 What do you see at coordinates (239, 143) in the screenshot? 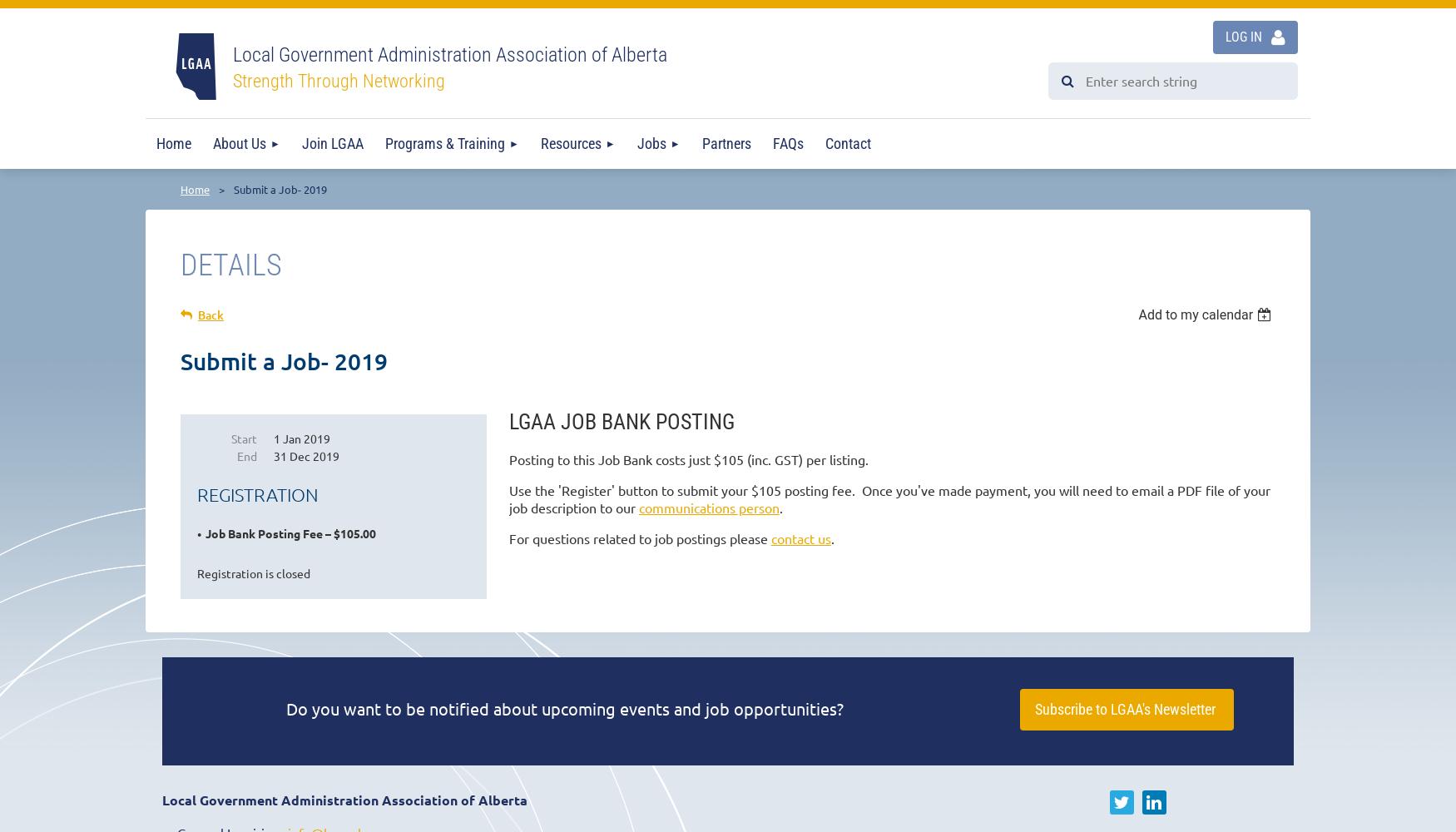
I see `'About Us'` at bounding box center [239, 143].